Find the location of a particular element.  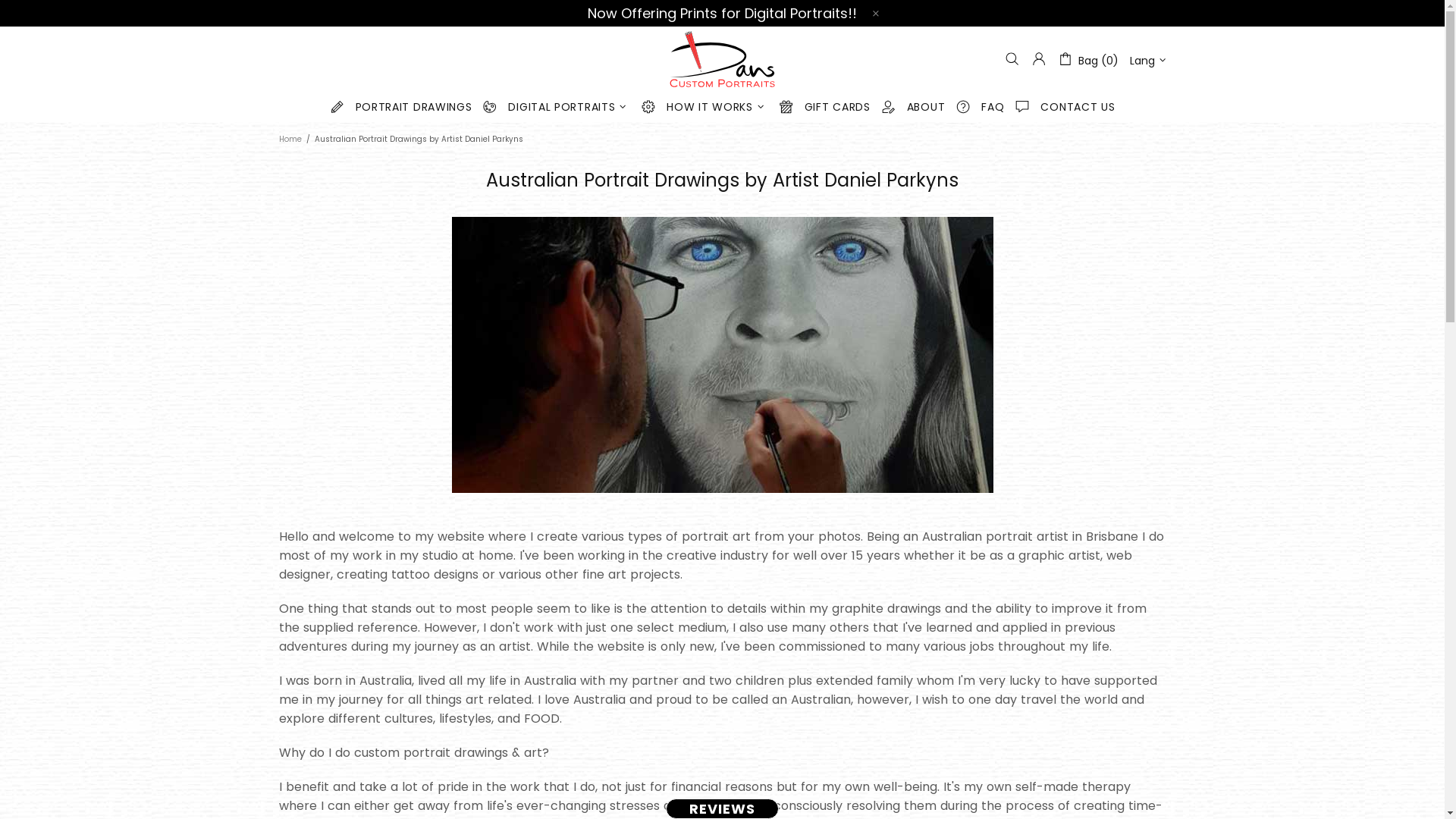

'CONTACT US' is located at coordinates (1063, 106).